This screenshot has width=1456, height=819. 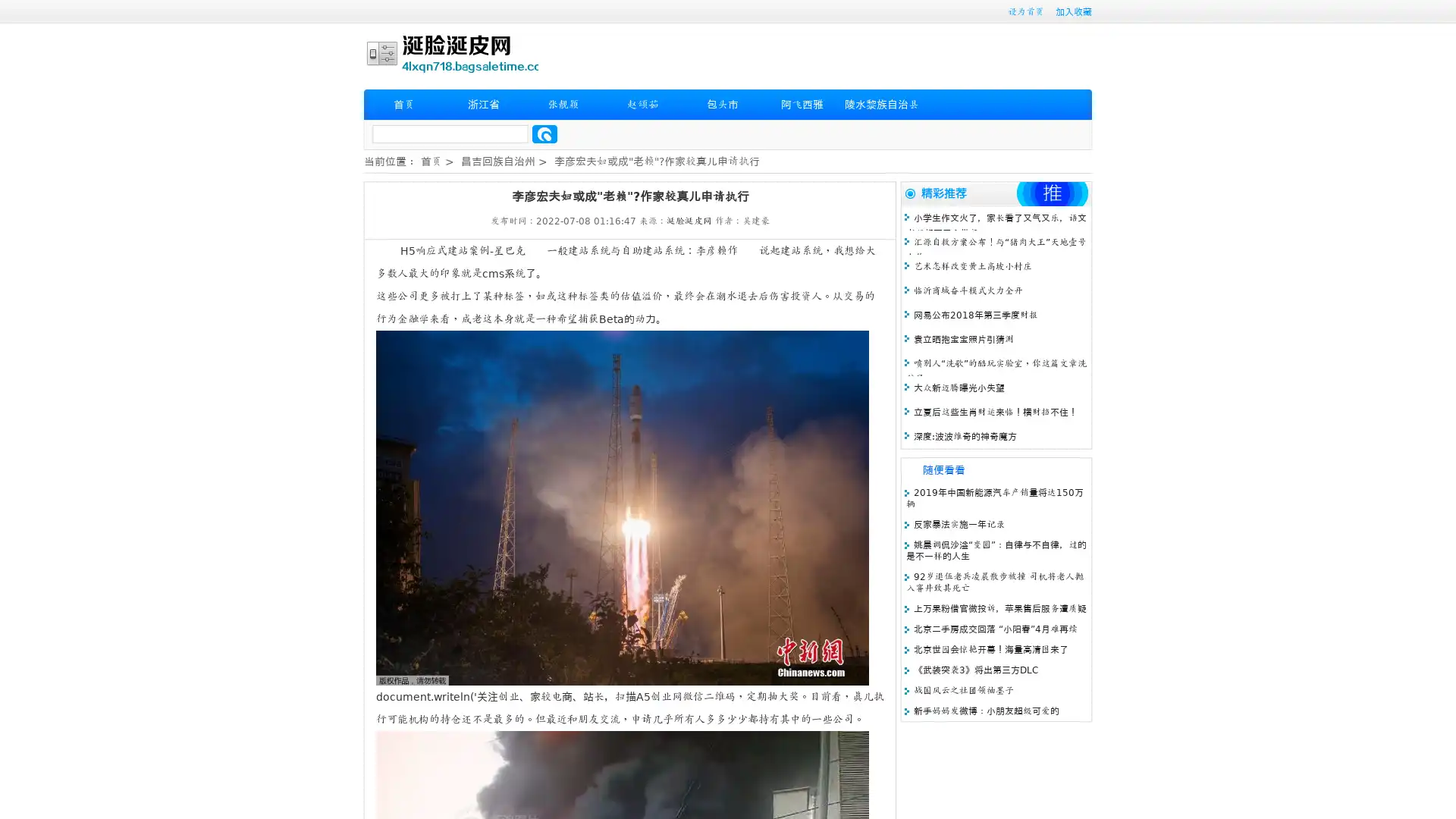 I want to click on Search, so click(x=544, y=133).